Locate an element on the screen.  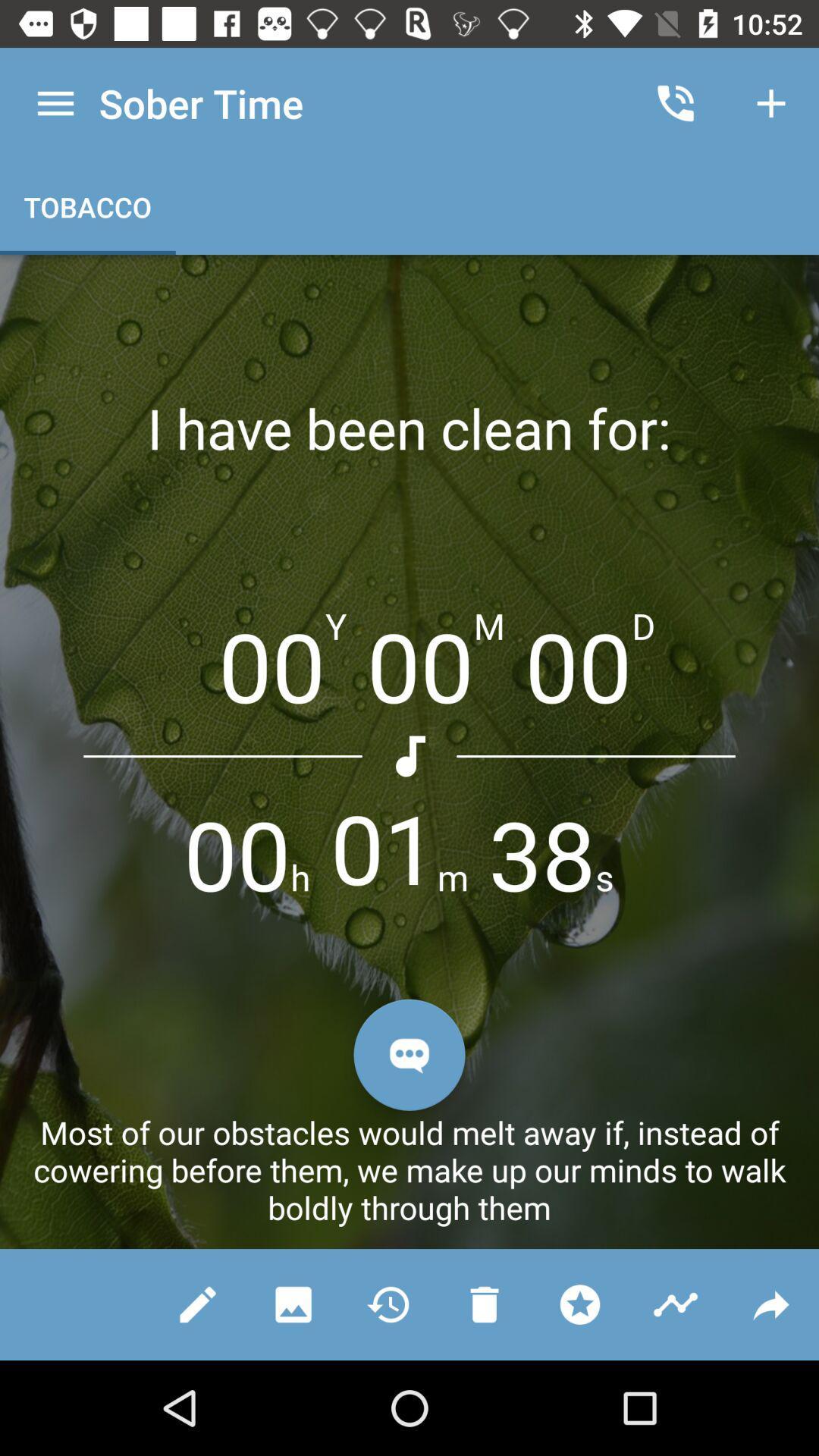
the icon next to the   sober time icon is located at coordinates (55, 102).